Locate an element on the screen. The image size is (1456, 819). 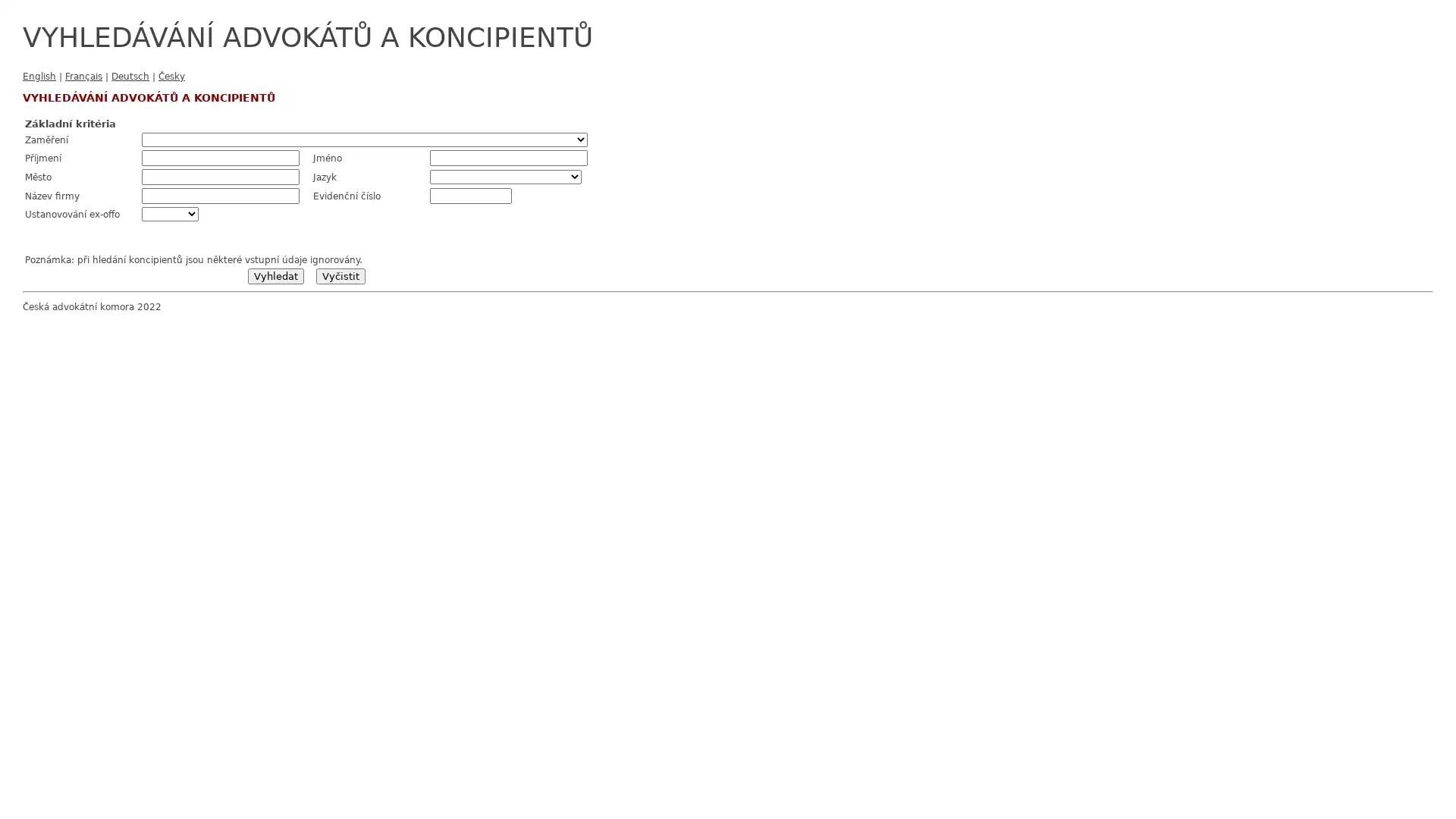
Vyhledat is located at coordinates (275, 276).